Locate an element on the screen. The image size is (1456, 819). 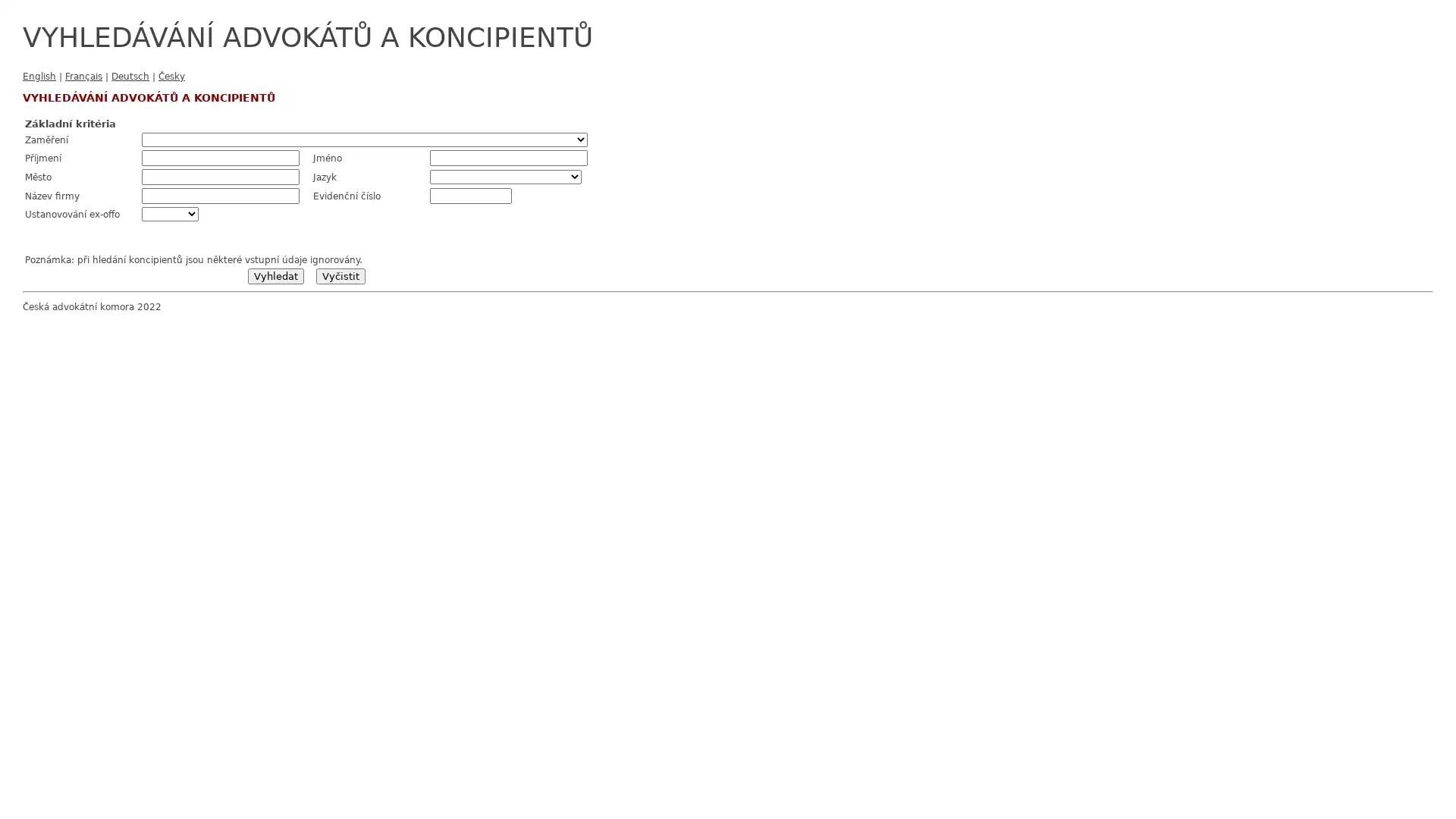
Vyhledat is located at coordinates (275, 276).